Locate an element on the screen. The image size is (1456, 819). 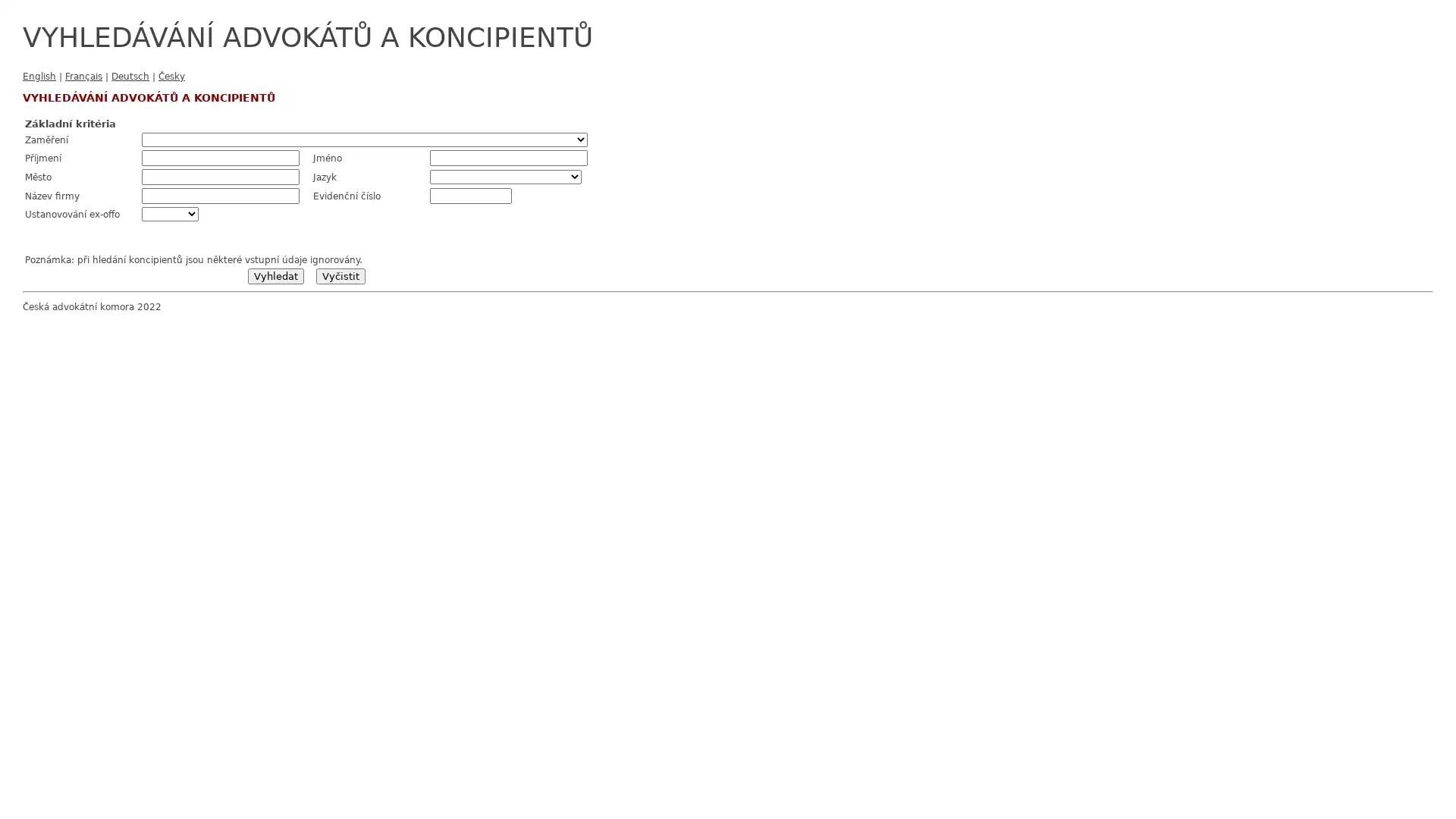
Vyhledat is located at coordinates (275, 276).